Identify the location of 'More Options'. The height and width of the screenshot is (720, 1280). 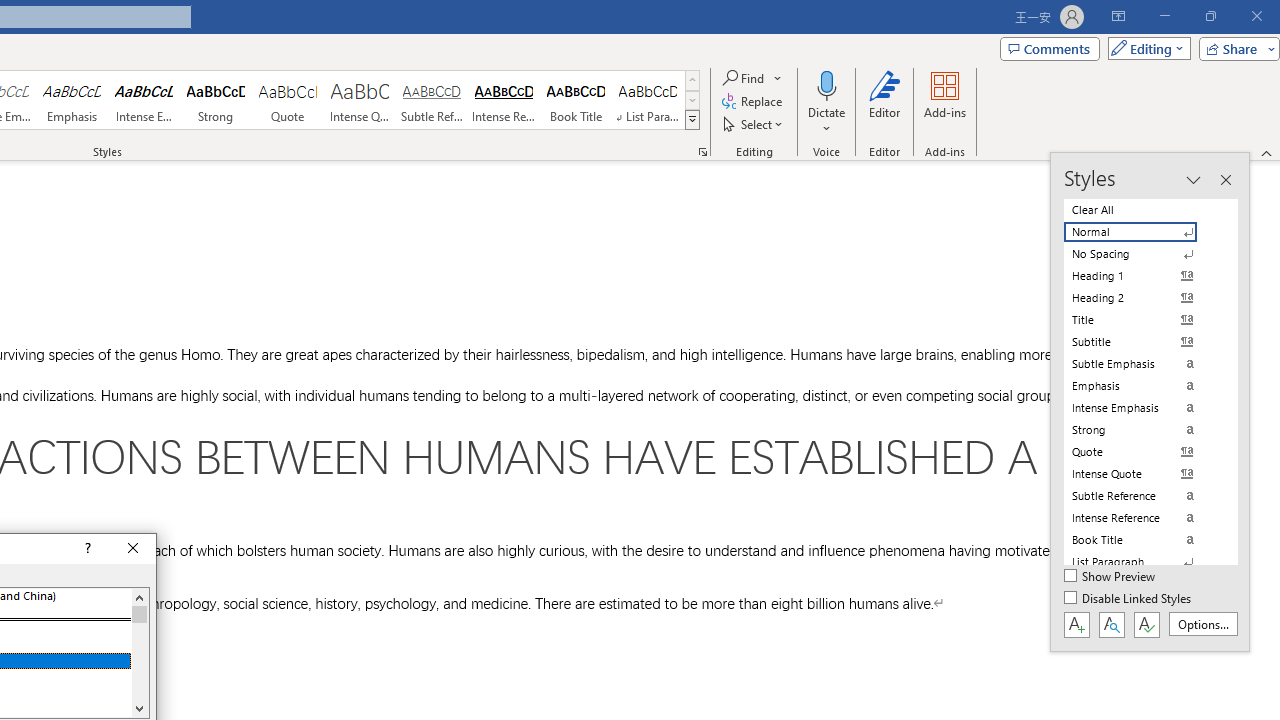
(826, 121).